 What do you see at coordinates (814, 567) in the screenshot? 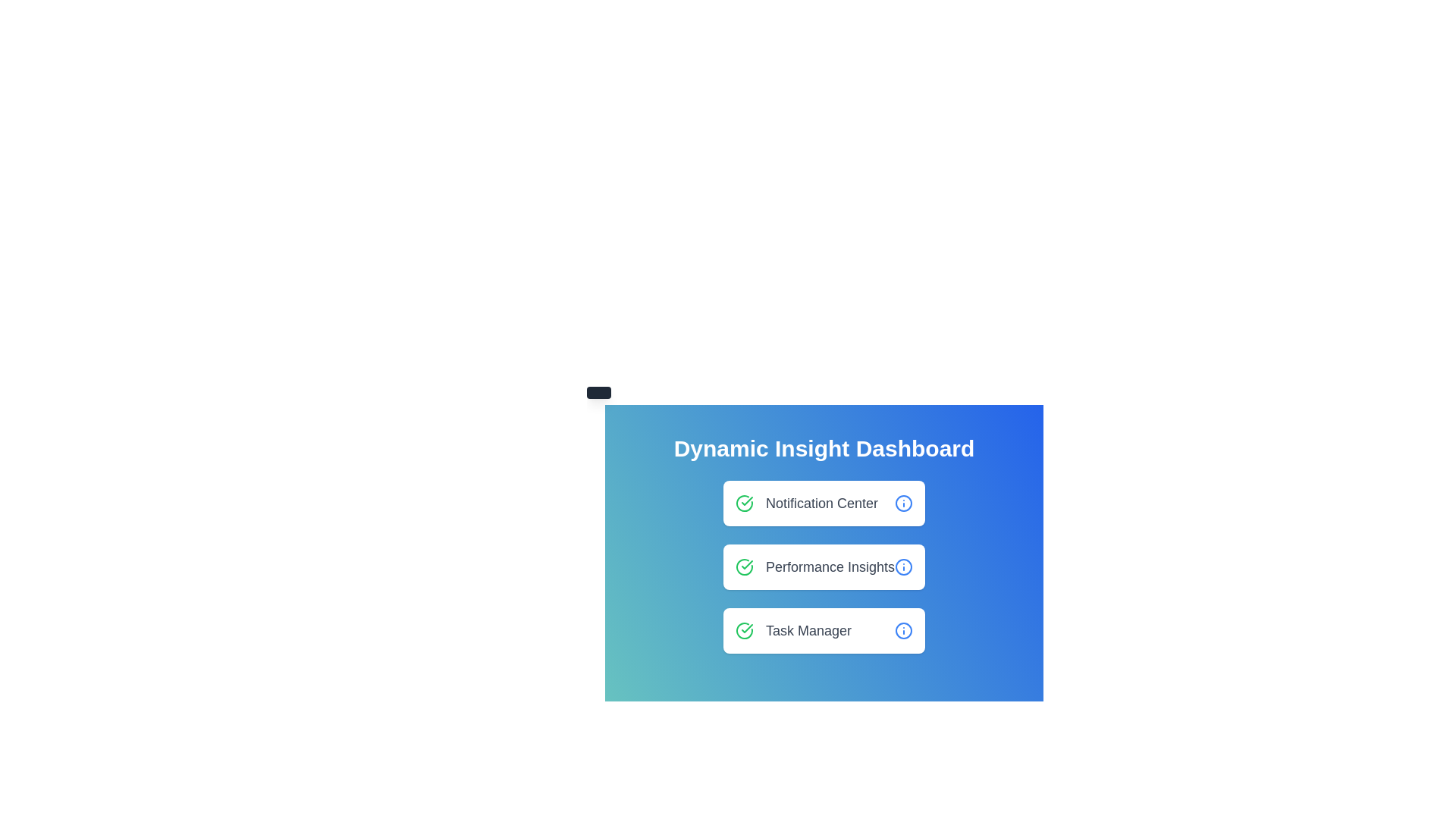
I see `text label 'Performance Insights' which is a medium-sized gray text label with a green circled checkmark icon on its left, located in the second row of a list within a card` at bounding box center [814, 567].